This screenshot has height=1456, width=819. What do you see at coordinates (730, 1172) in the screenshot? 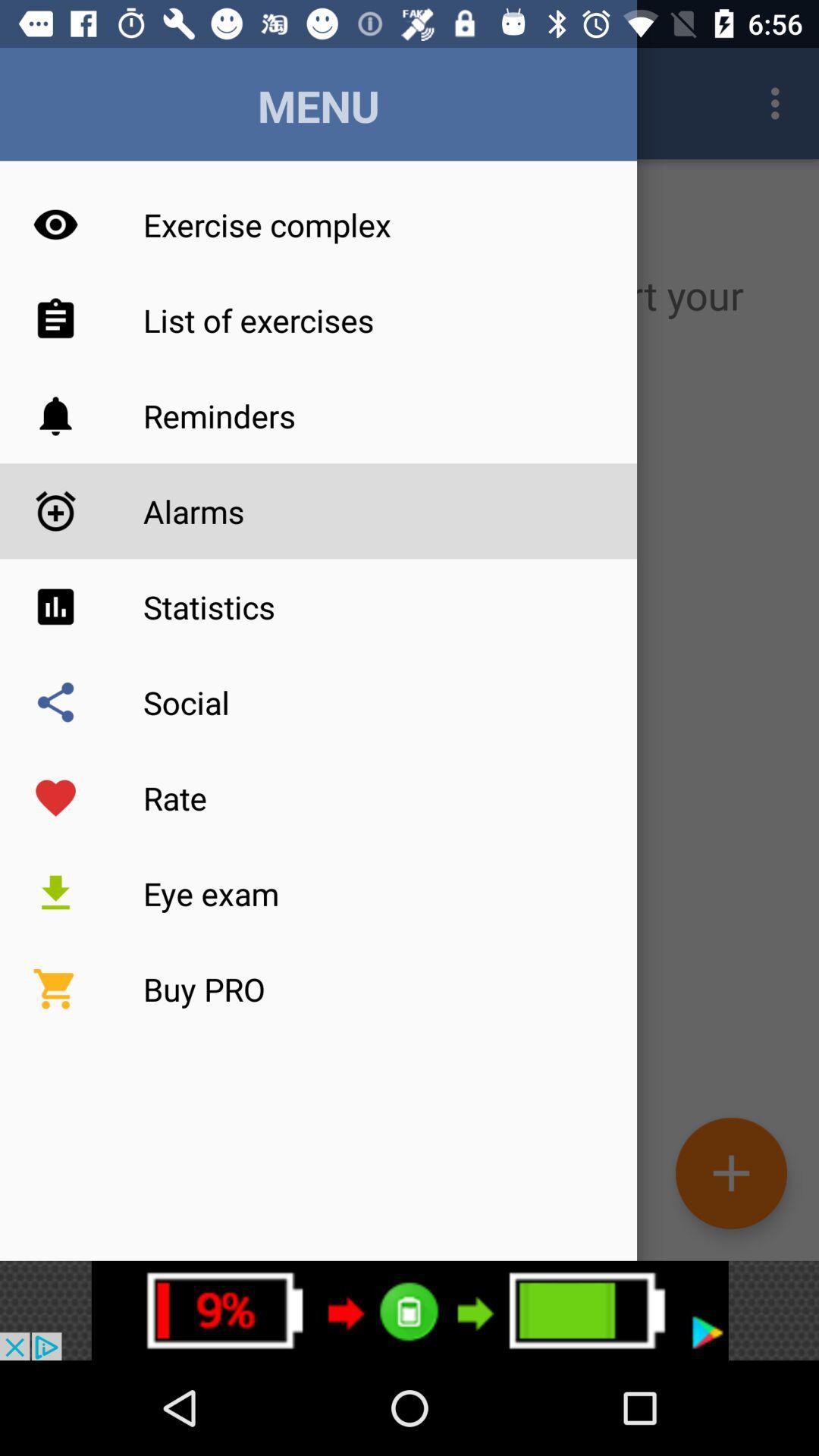
I see `the add icon` at bounding box center [730, 1172].